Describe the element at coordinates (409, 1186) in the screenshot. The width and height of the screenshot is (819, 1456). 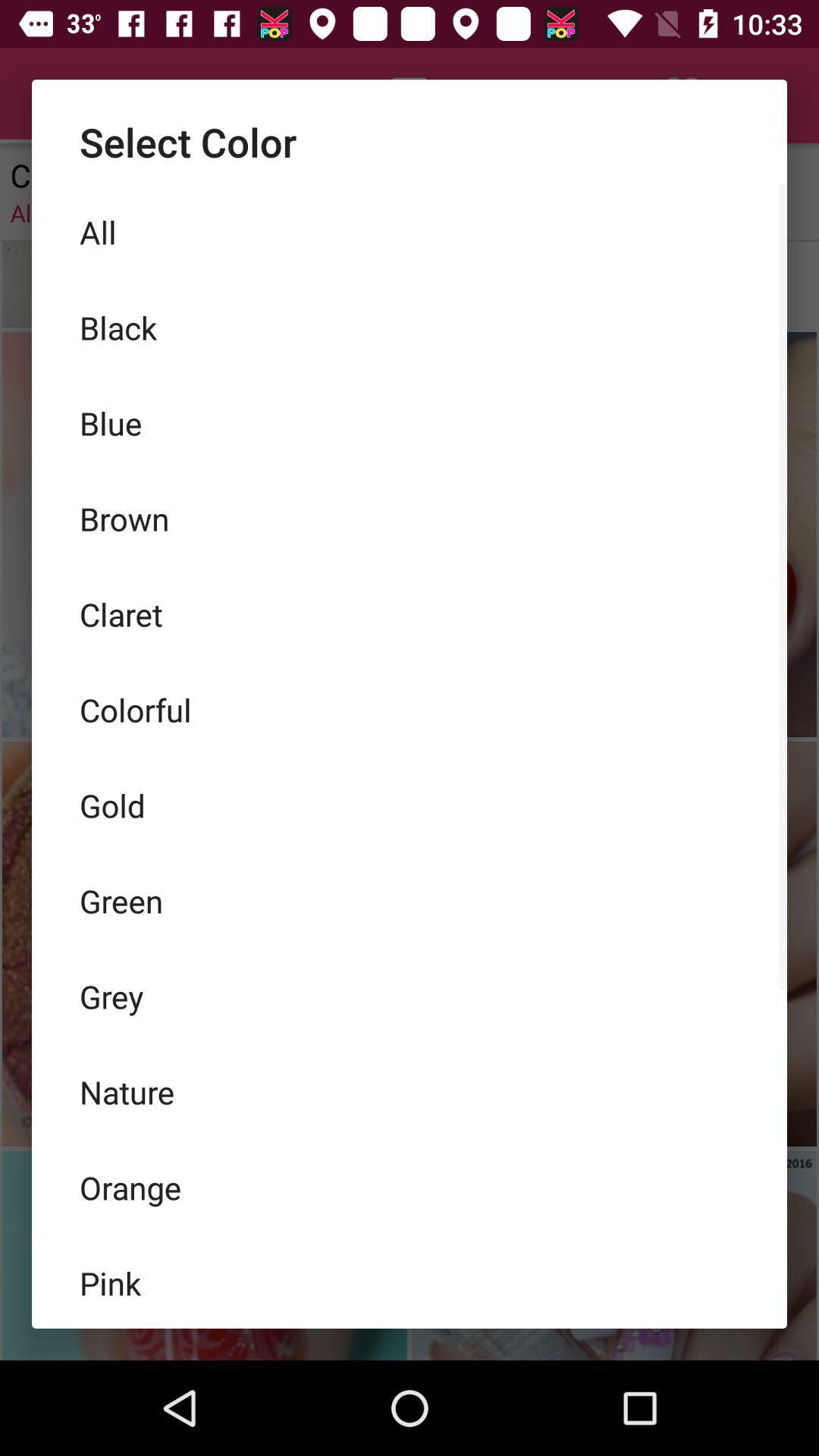
I see `the orange icon` at that location.